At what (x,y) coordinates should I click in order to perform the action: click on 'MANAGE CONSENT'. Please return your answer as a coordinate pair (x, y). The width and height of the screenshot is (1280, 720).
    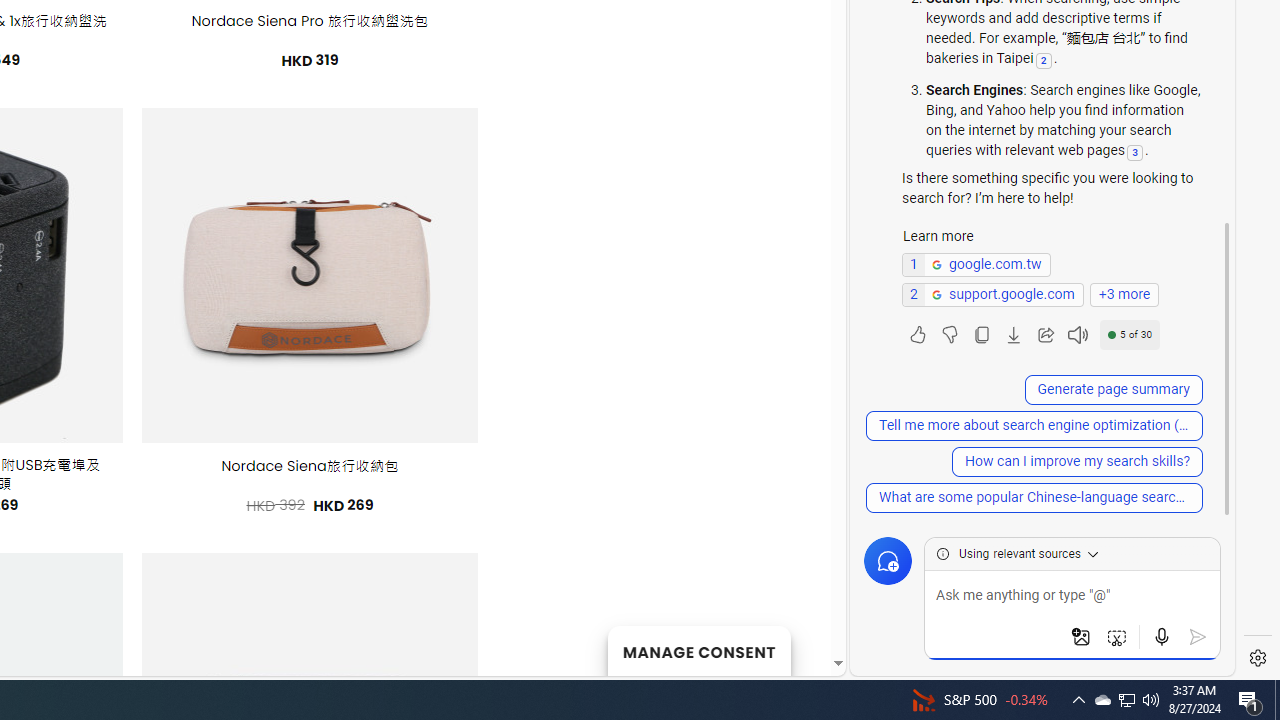
    Looking at the image, I should click on (698, 650).